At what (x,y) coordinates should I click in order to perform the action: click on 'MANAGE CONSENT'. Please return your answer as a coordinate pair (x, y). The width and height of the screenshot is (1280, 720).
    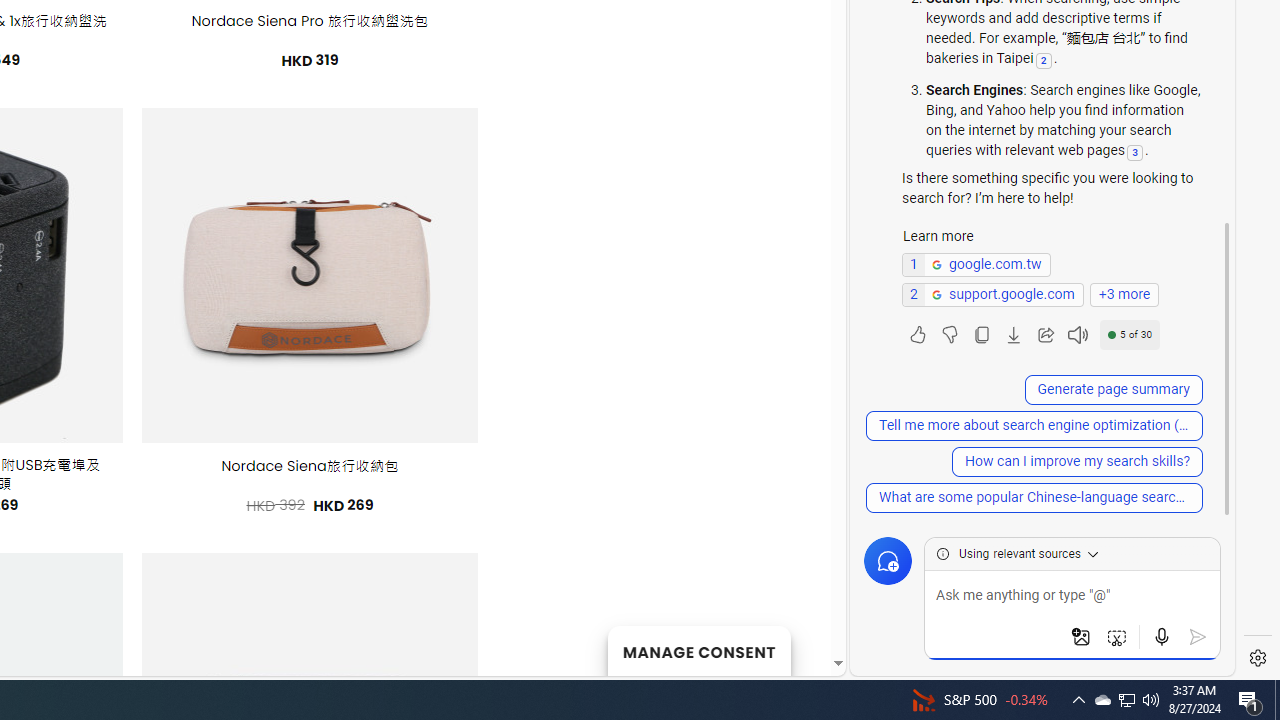
    Looking at the image, I should click on (698, 650).